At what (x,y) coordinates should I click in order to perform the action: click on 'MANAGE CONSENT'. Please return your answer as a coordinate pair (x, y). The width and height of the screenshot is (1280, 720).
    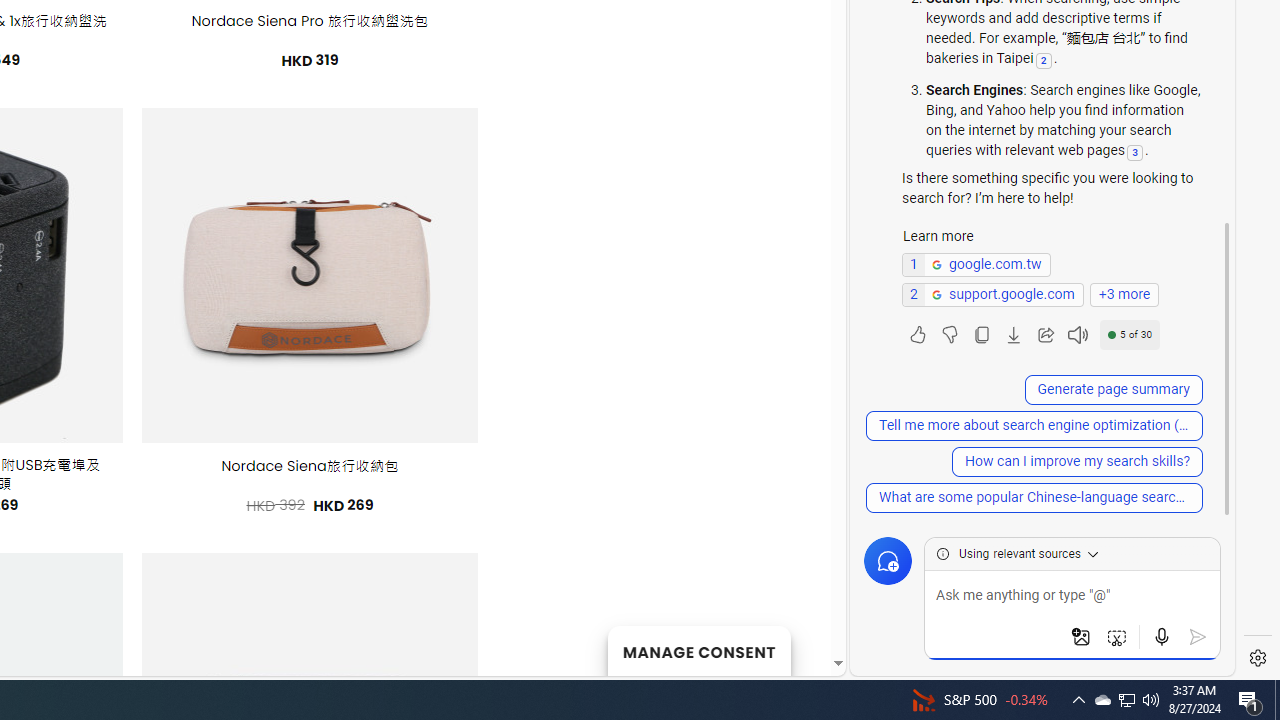
    Looking at the image, I should click on (698, 650).